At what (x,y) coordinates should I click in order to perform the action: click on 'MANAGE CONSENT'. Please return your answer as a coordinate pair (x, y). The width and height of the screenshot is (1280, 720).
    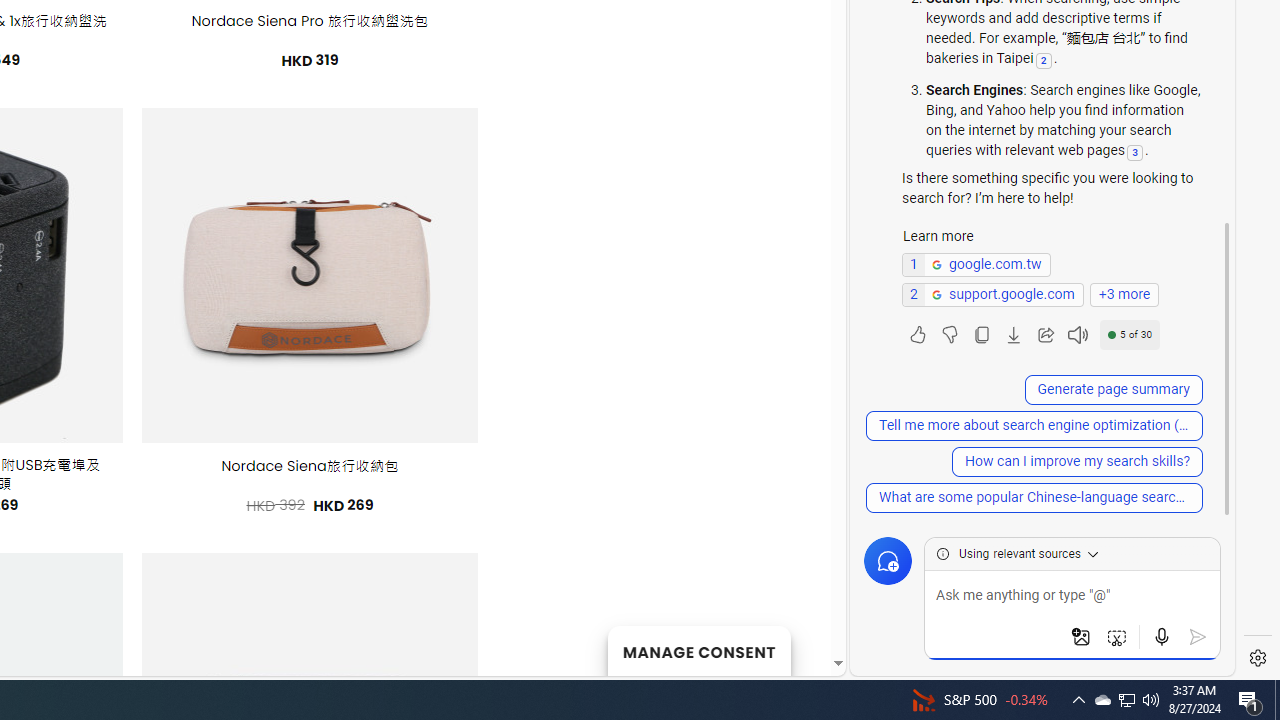
    Looking at the image, I should click on (698, 650).